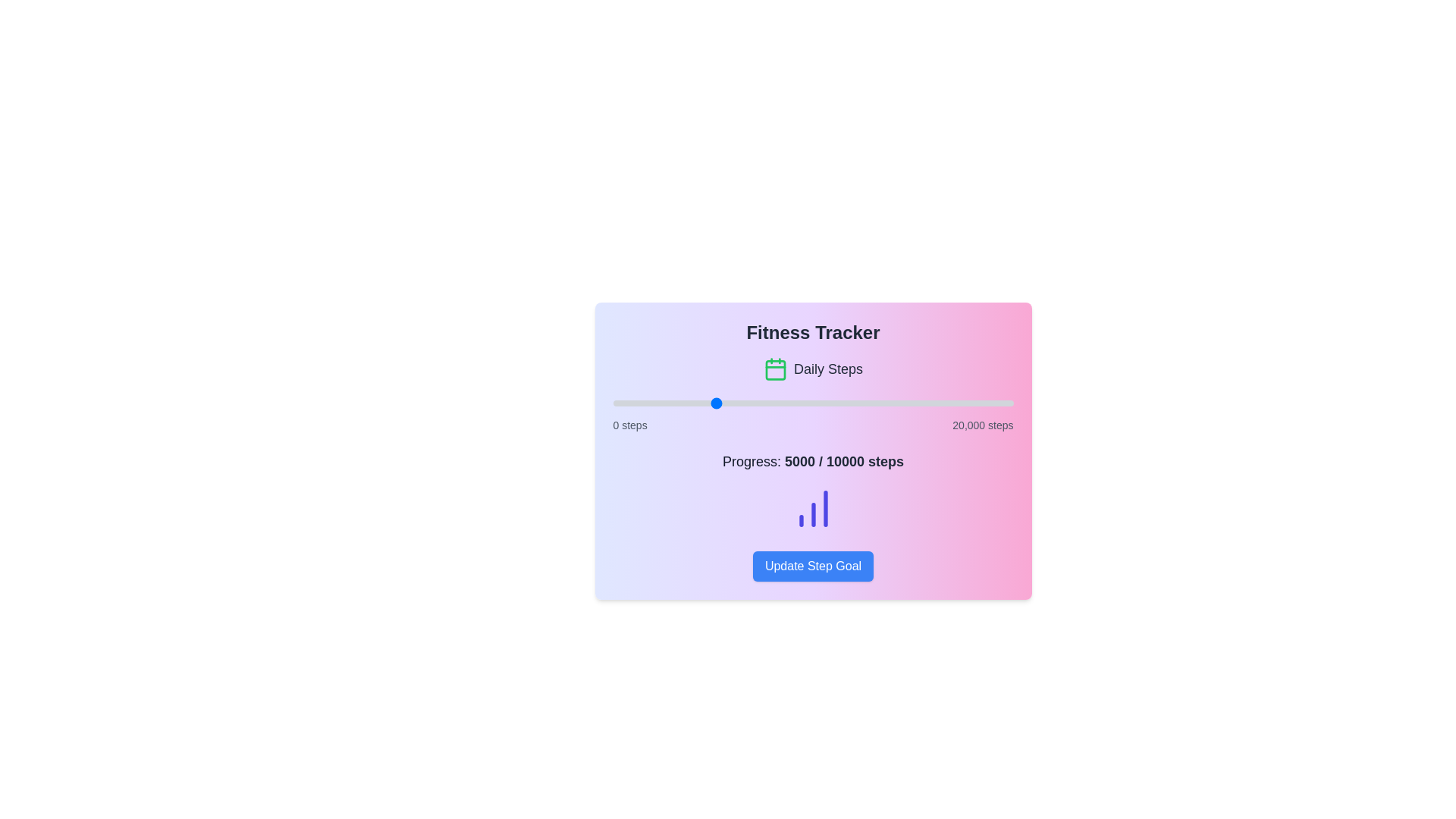  What do you see at coordinates (866, 403) in the screenshot?
I see `the step progress slider to set the step count to 12672` at bounding box center [866, 403].